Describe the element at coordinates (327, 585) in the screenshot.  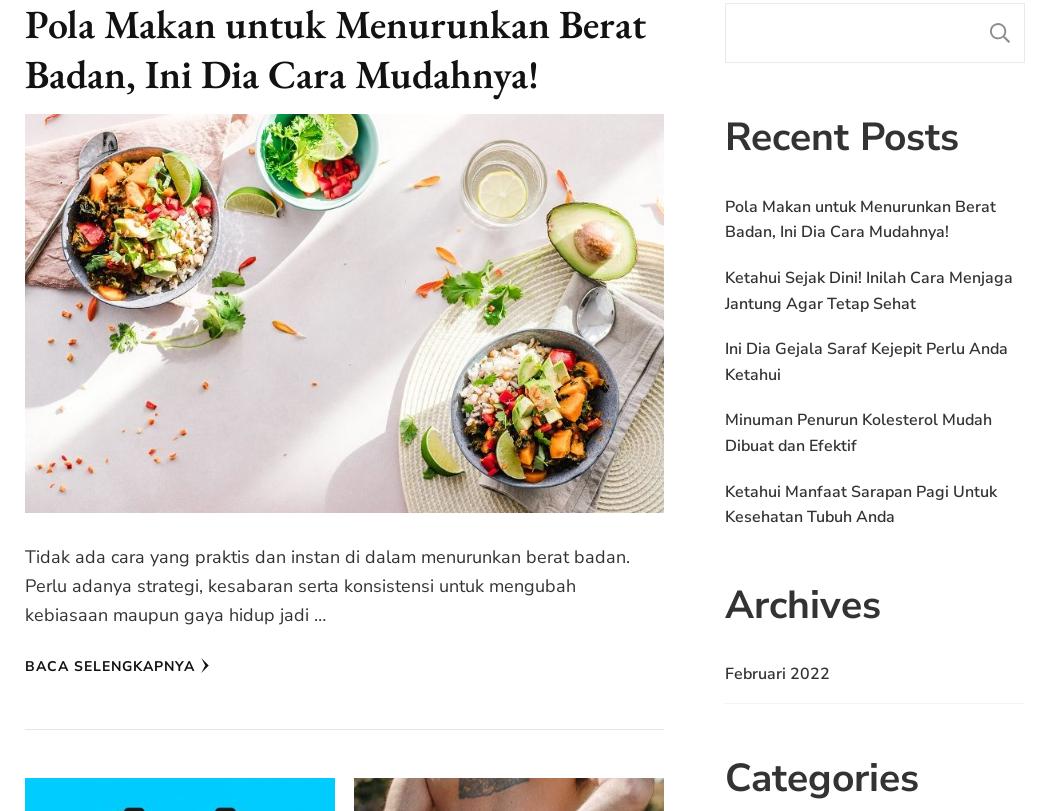
I see `'Tidak ada cara yang praktis dan instan di dalam menurunkan berat badan. Perlu adanya strategi, kesabaran serta konsistensi untuk mengubah kebiasaan maupun gaya hidup jadi …'` at that location.